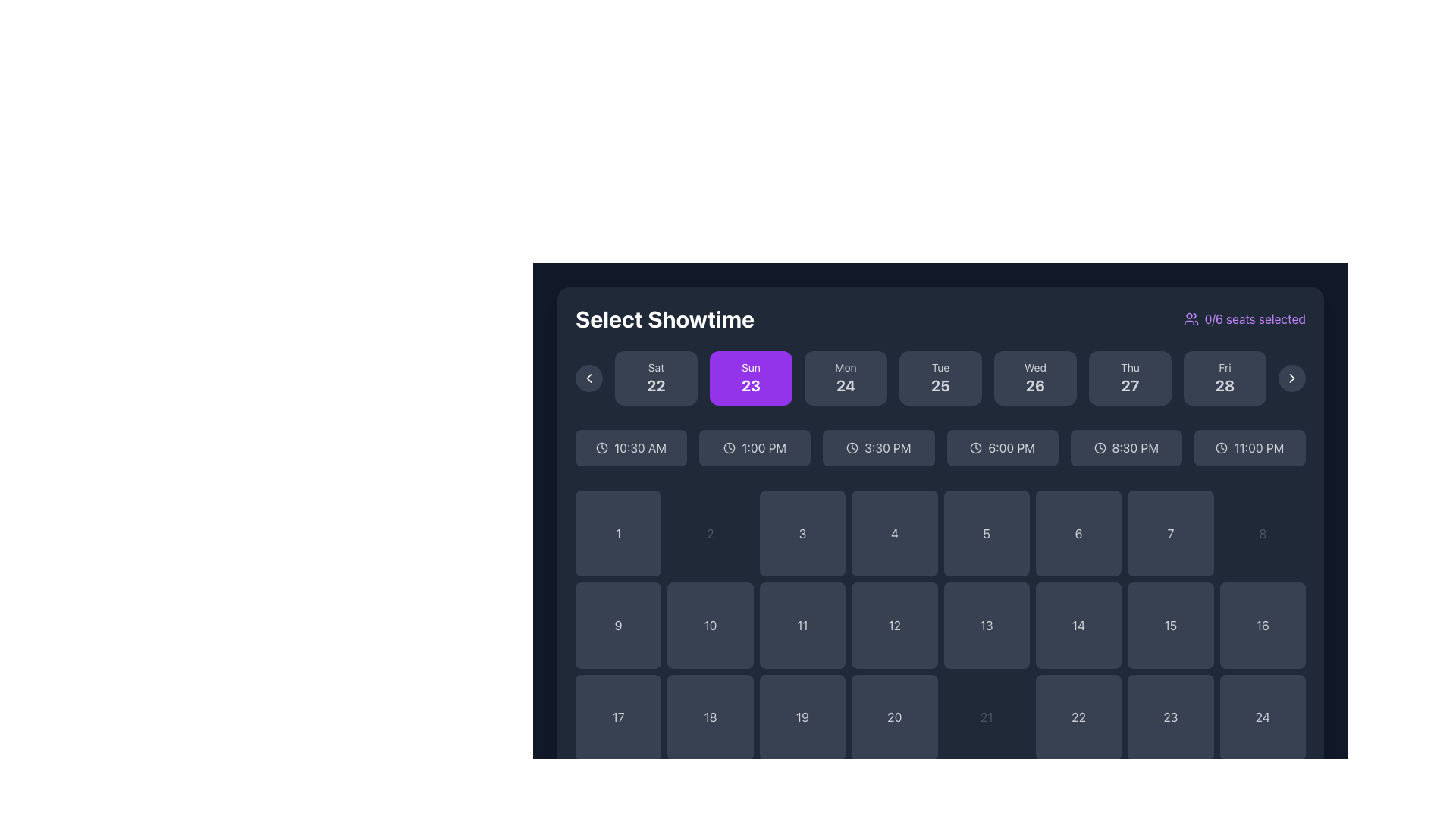  Describe the element at coordinates (588, 377) in the screenshot. I see `the left-pointing chevron arrow icon inside the circular button located on the top navigation bar, slightly below the title 'Select Showtime'` at that location.